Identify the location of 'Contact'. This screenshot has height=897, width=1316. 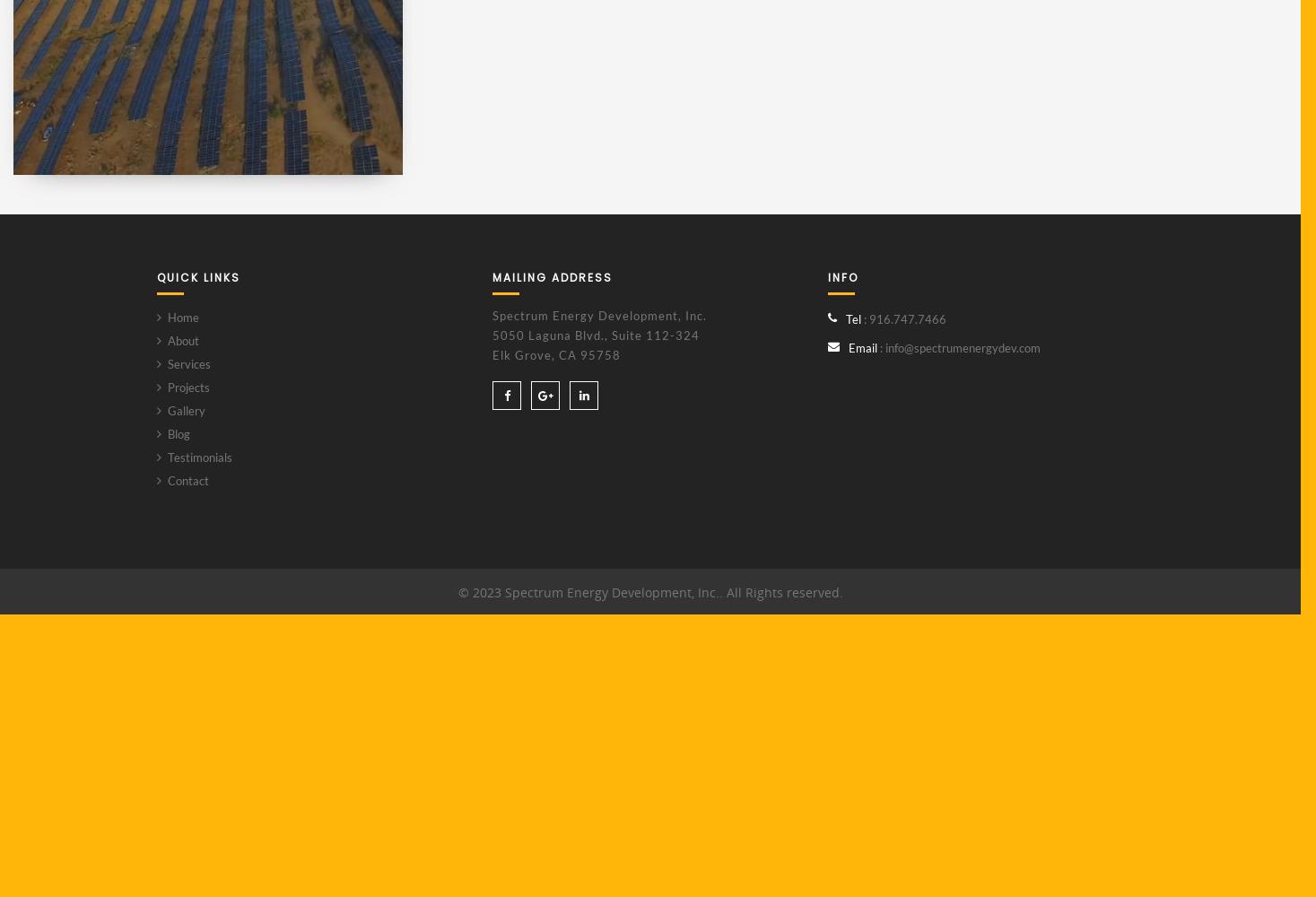
(187, 481).